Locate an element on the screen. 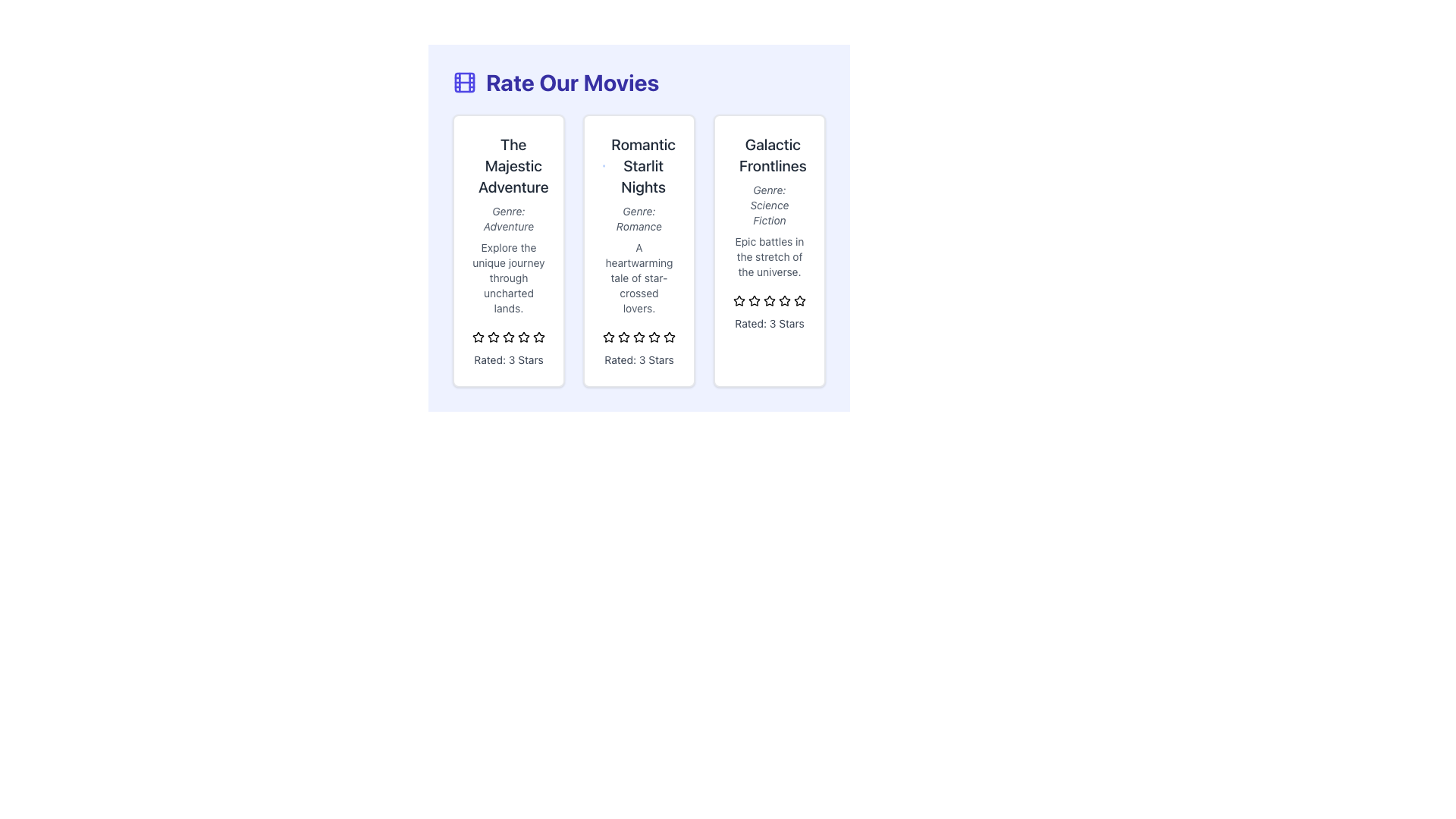  the third yellow star icon in the 'Galactic Frontlines' rating section is located at coordinates (754, 301).